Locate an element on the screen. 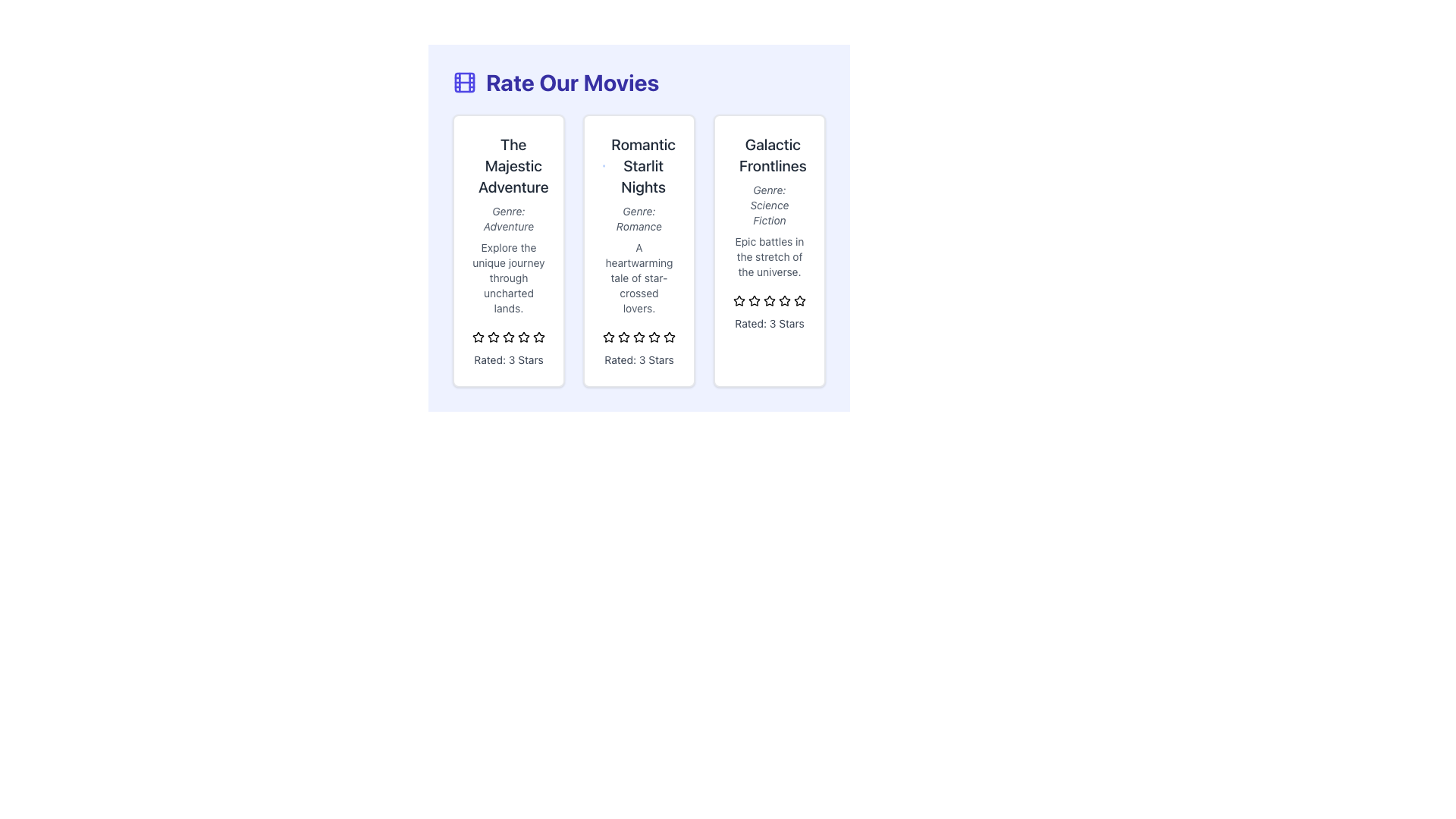  the third yellow star icon in the 'Galactic Frontlines' rating section is located at coordinates (754, 301).